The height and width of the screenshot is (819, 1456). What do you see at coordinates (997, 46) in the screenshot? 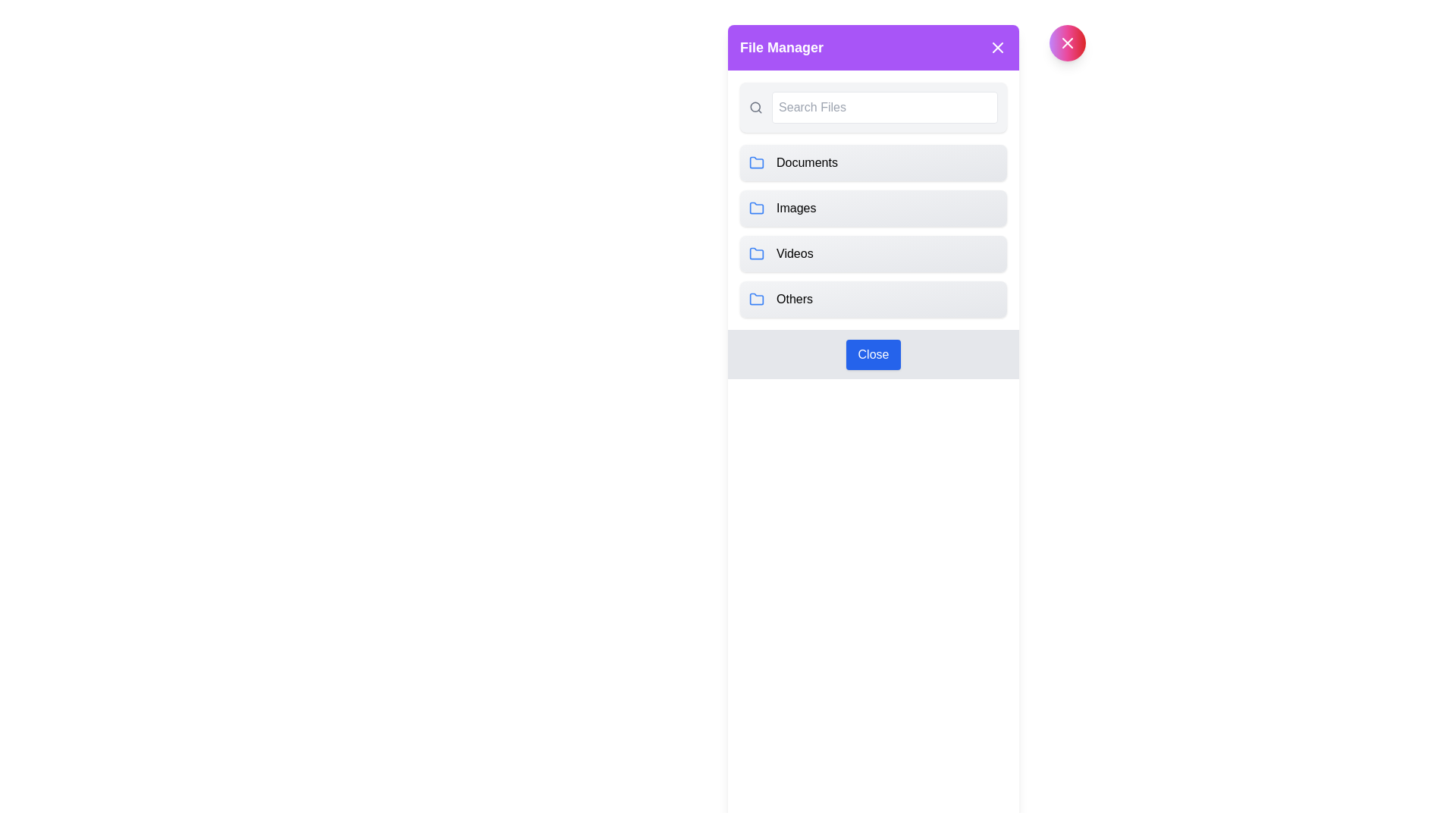
I see `the Close button icon, which is a white 'X' on a purple background, located at the top-right corner of the 'File Manager' header` at bounding box center [997, 46].